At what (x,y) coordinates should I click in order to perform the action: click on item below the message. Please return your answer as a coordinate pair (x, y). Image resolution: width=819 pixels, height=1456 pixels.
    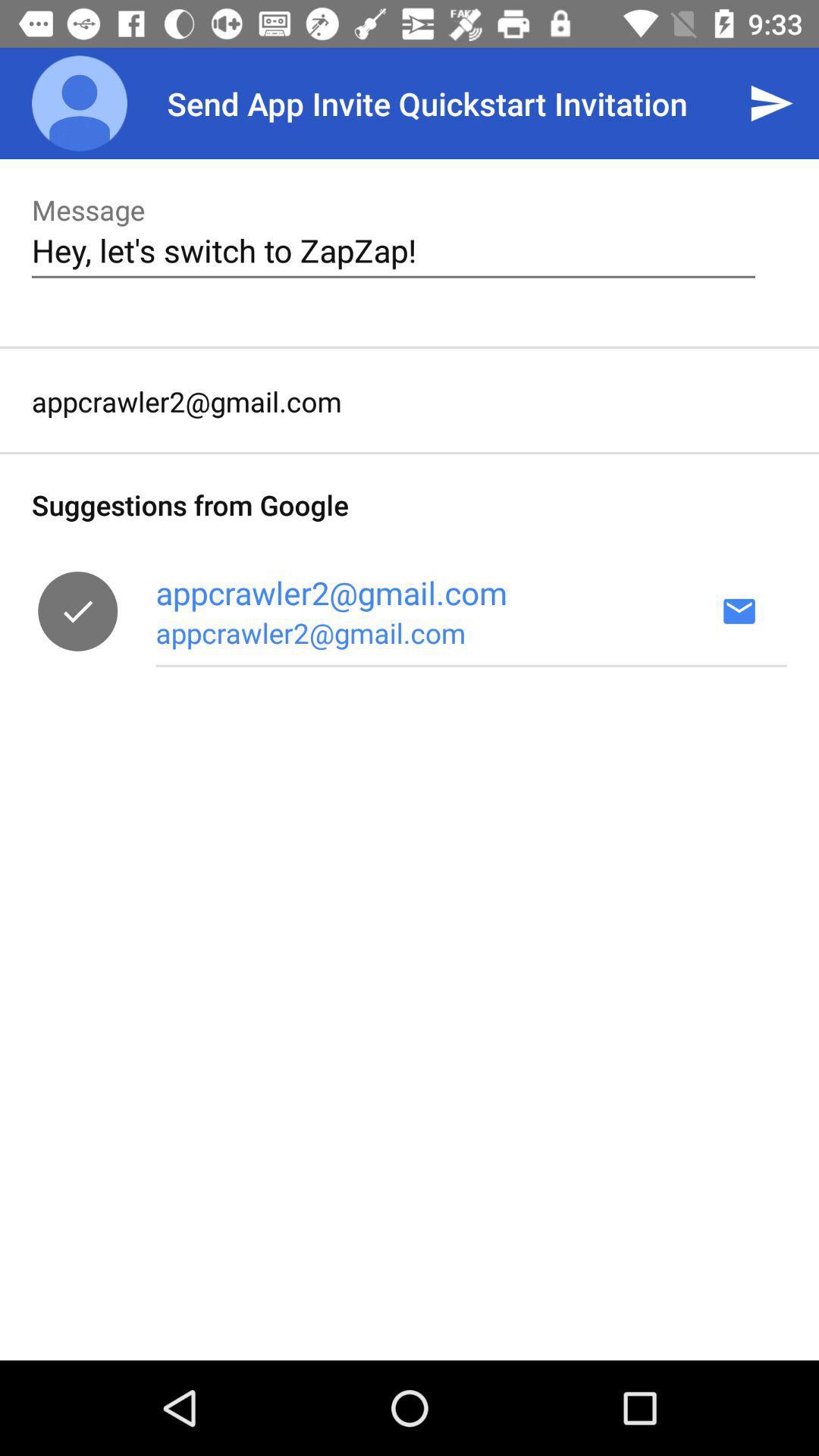
    Looking at the image, I should click on (393, 250).